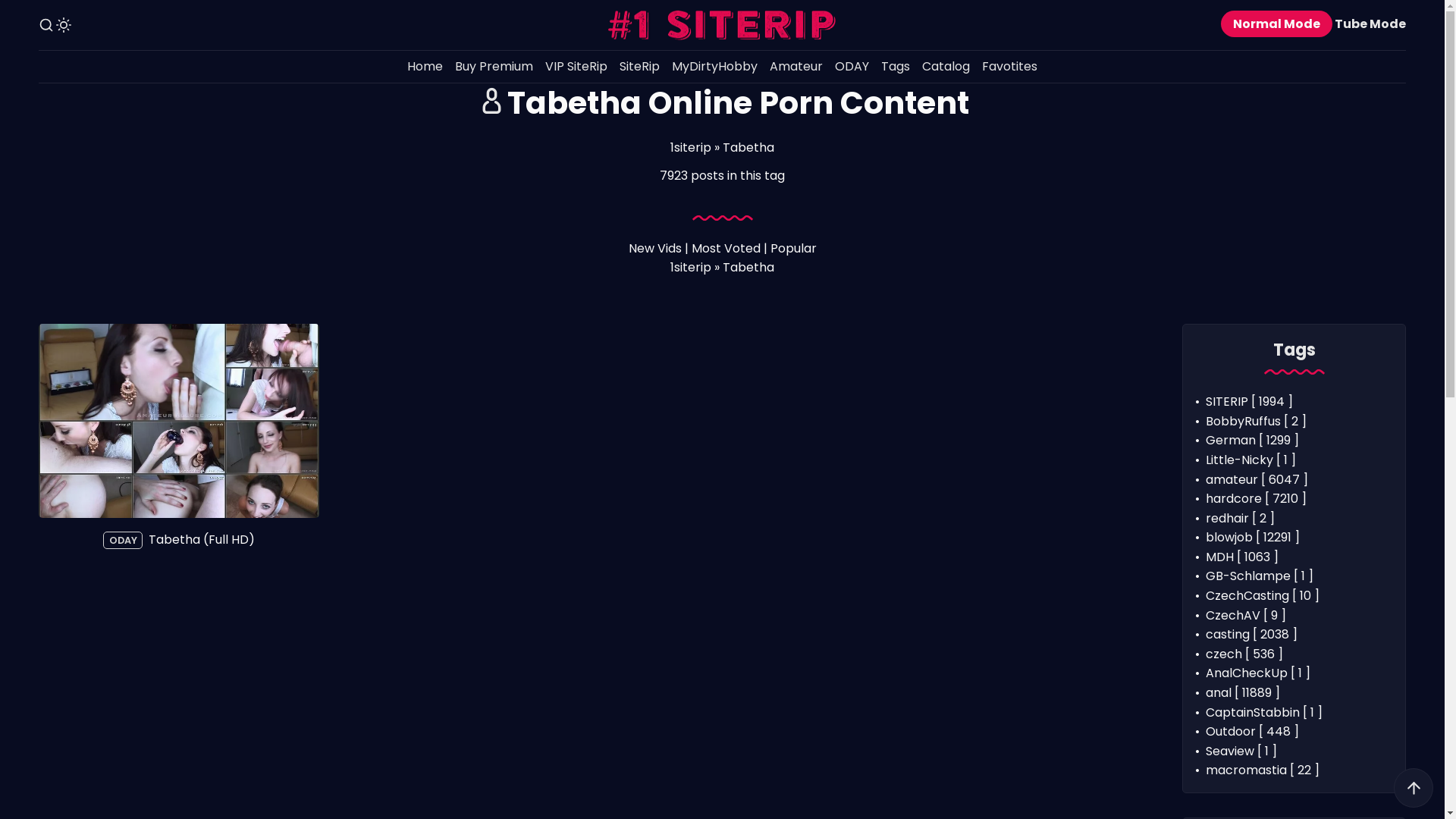  What do you see at coordinates (575, 66) in the screenshot?
I see `'VIP SiteRip'` at bounding box center [575, 66].